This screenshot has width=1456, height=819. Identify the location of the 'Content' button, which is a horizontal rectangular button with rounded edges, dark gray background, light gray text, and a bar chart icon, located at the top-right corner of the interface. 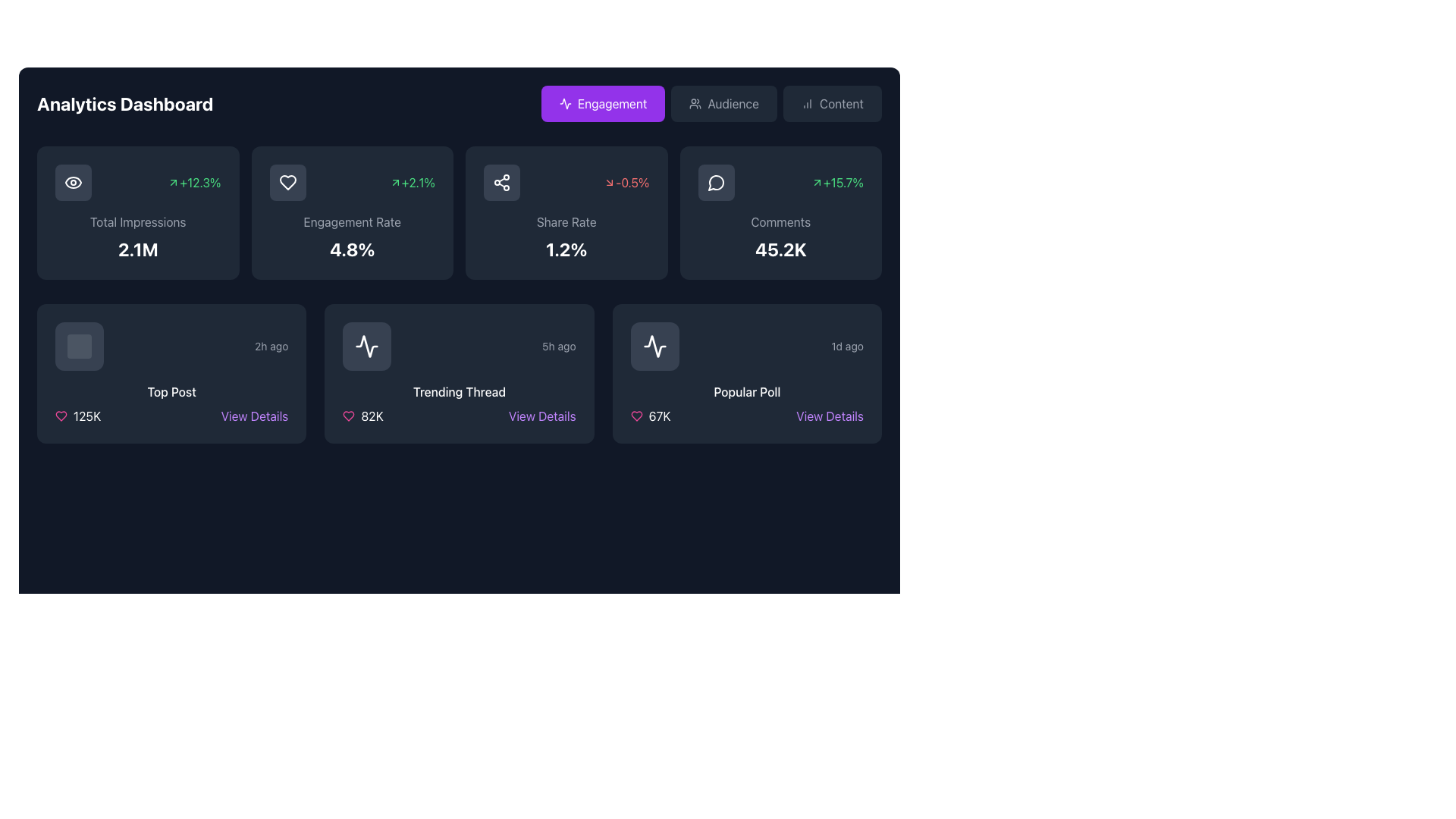
(832, 103).